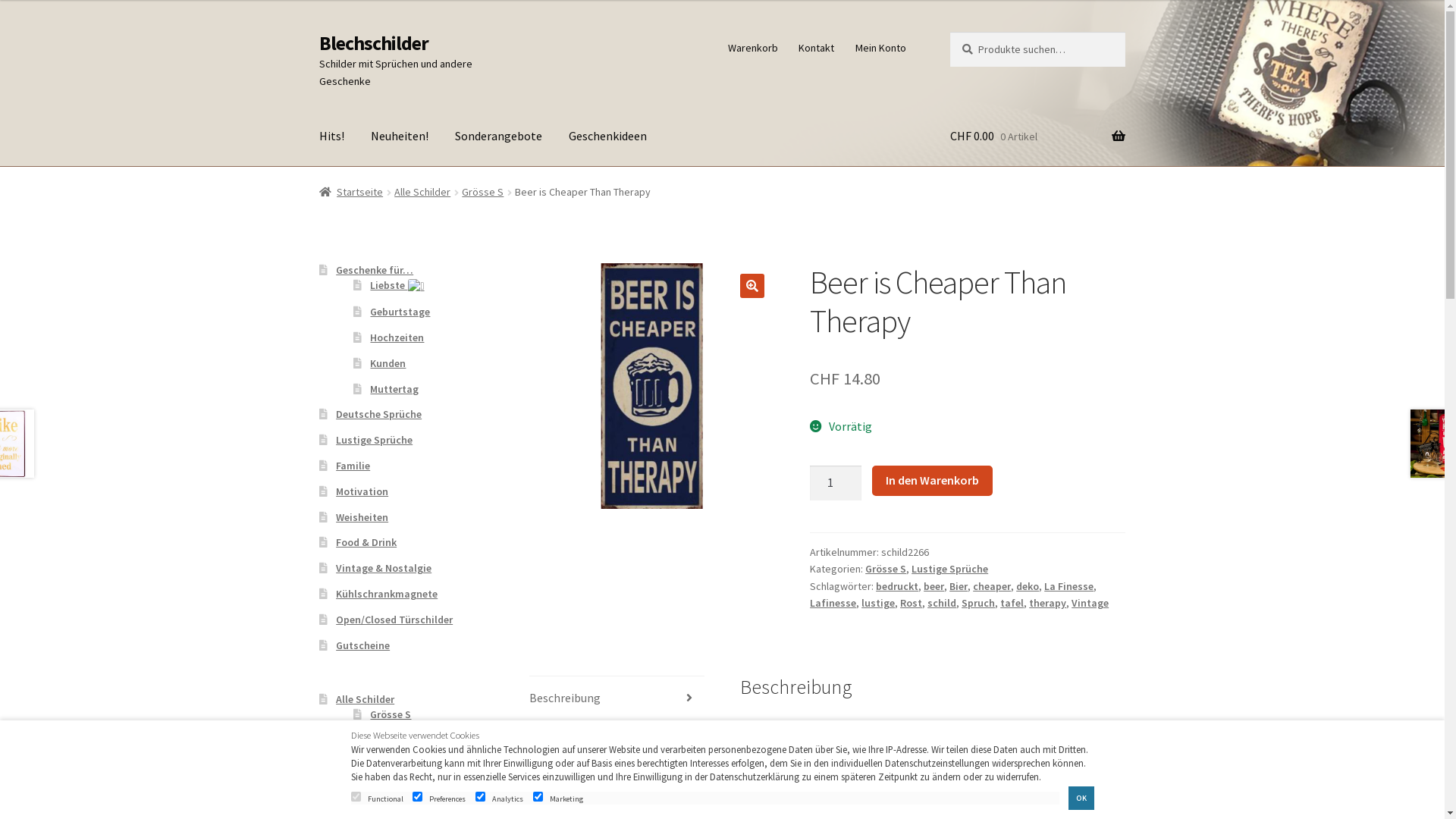 The height and width of the screenshot is (819, 1456). Describe the element at coordinates (972, 585) in the screenshot. I see `'cheaper'` at that location.